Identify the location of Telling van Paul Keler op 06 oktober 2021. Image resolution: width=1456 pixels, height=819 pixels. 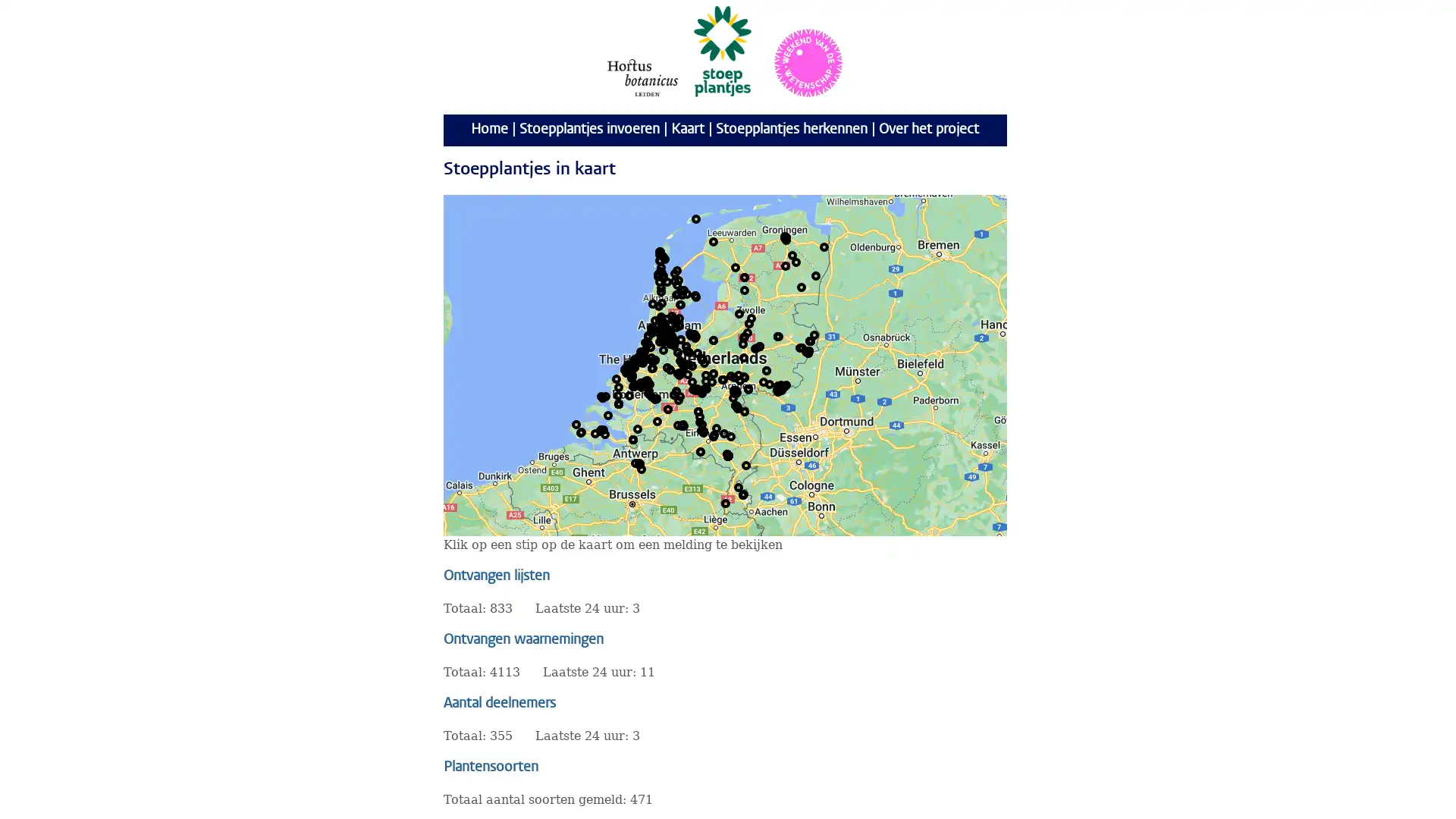
(638, 359).